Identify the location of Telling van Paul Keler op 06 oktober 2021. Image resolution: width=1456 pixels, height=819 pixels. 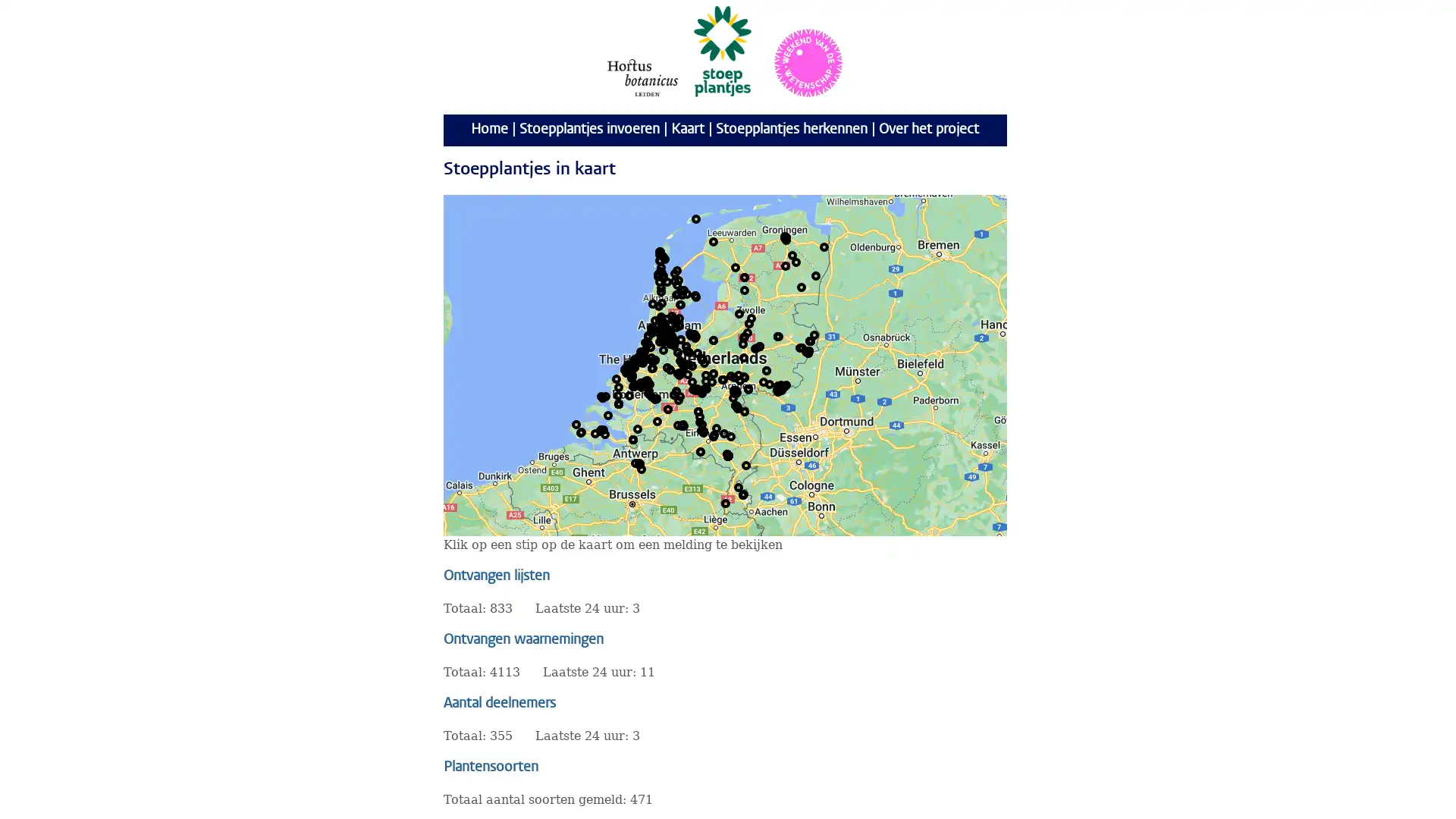
(638, 359).